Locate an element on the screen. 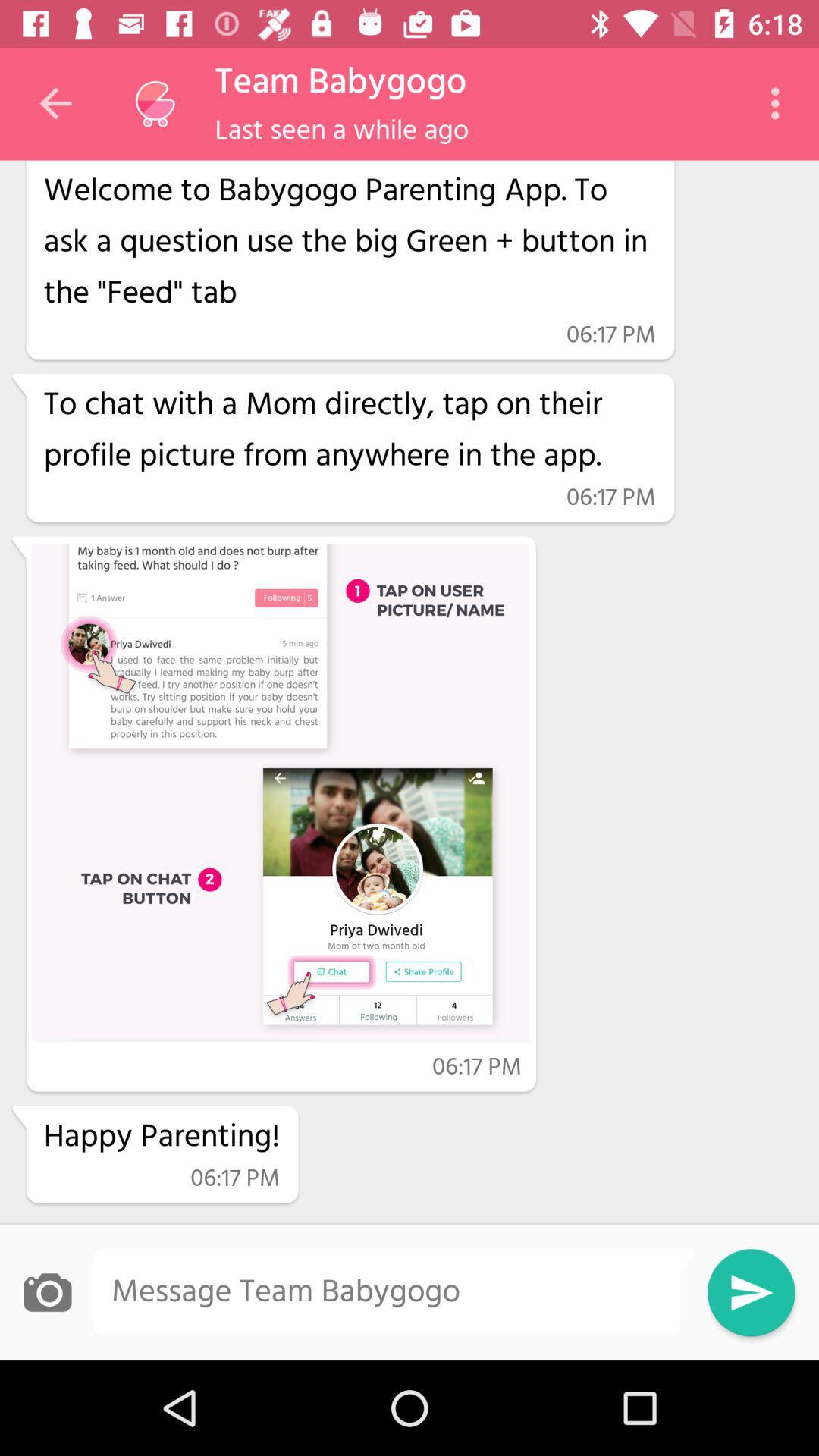  last seen a item is located at coordinates (342, 131).